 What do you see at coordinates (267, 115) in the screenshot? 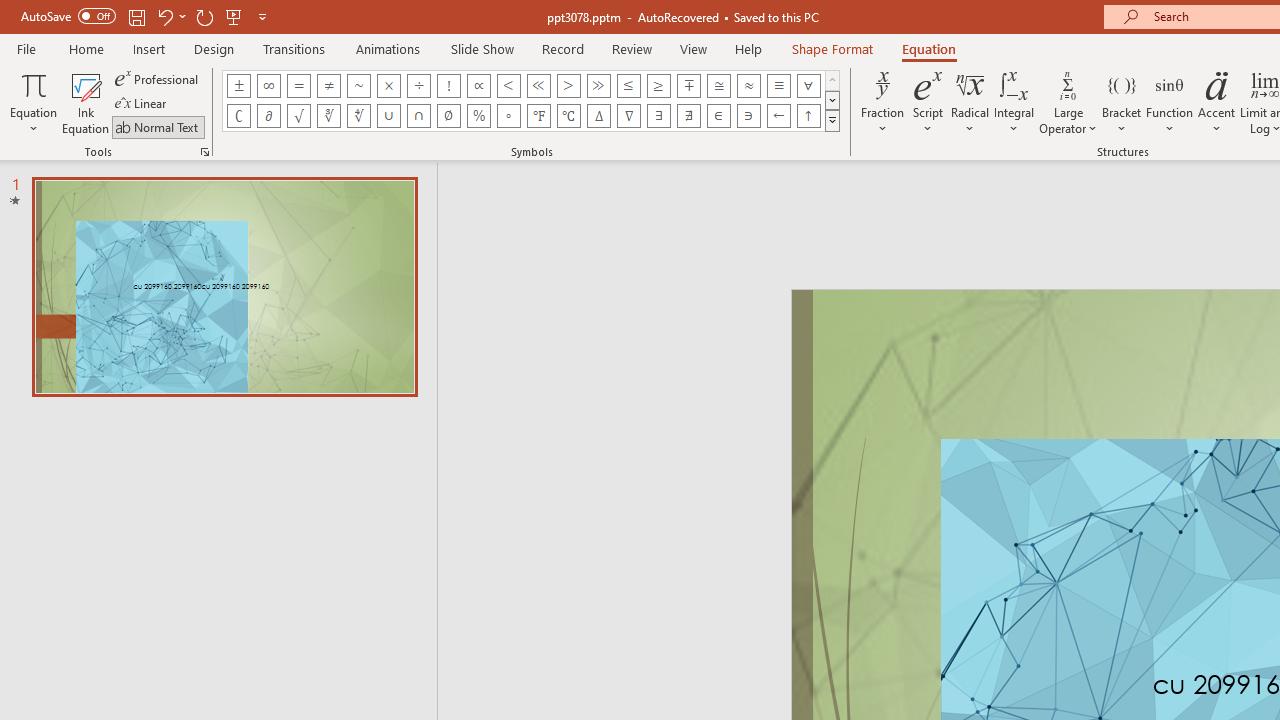
I see `'Equation Symbol Partial Differential'` at bounding box center [267, 115].